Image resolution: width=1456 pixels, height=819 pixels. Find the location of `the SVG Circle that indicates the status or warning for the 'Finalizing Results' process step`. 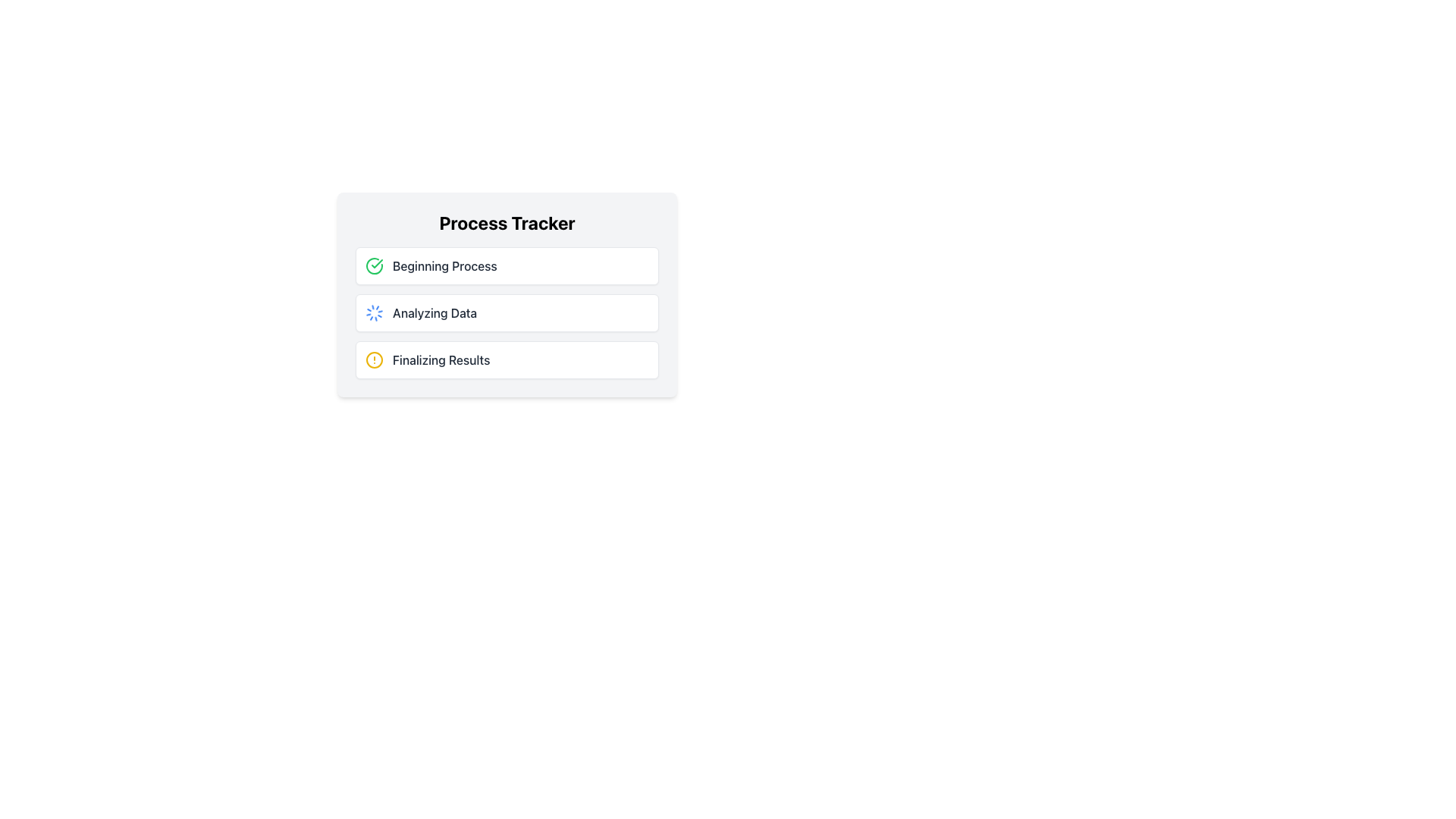

the SVG Circle that indicates the status or warning for the 'Finalizing Results' process step is located at coordinates (375, 359).